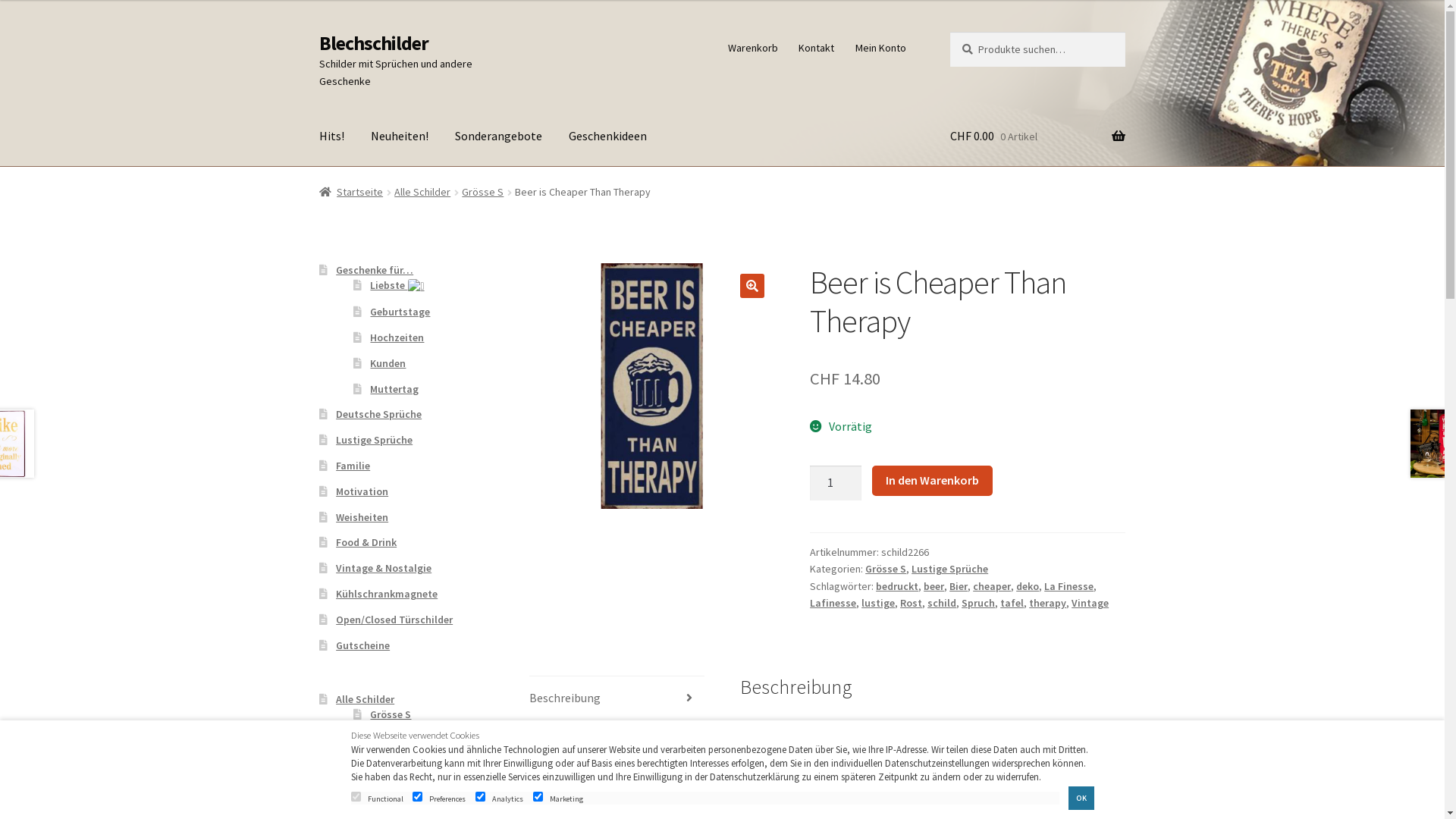 The height and width of the screenshot is (819, 1456). I want to click on 'beer', so click(933, 585).